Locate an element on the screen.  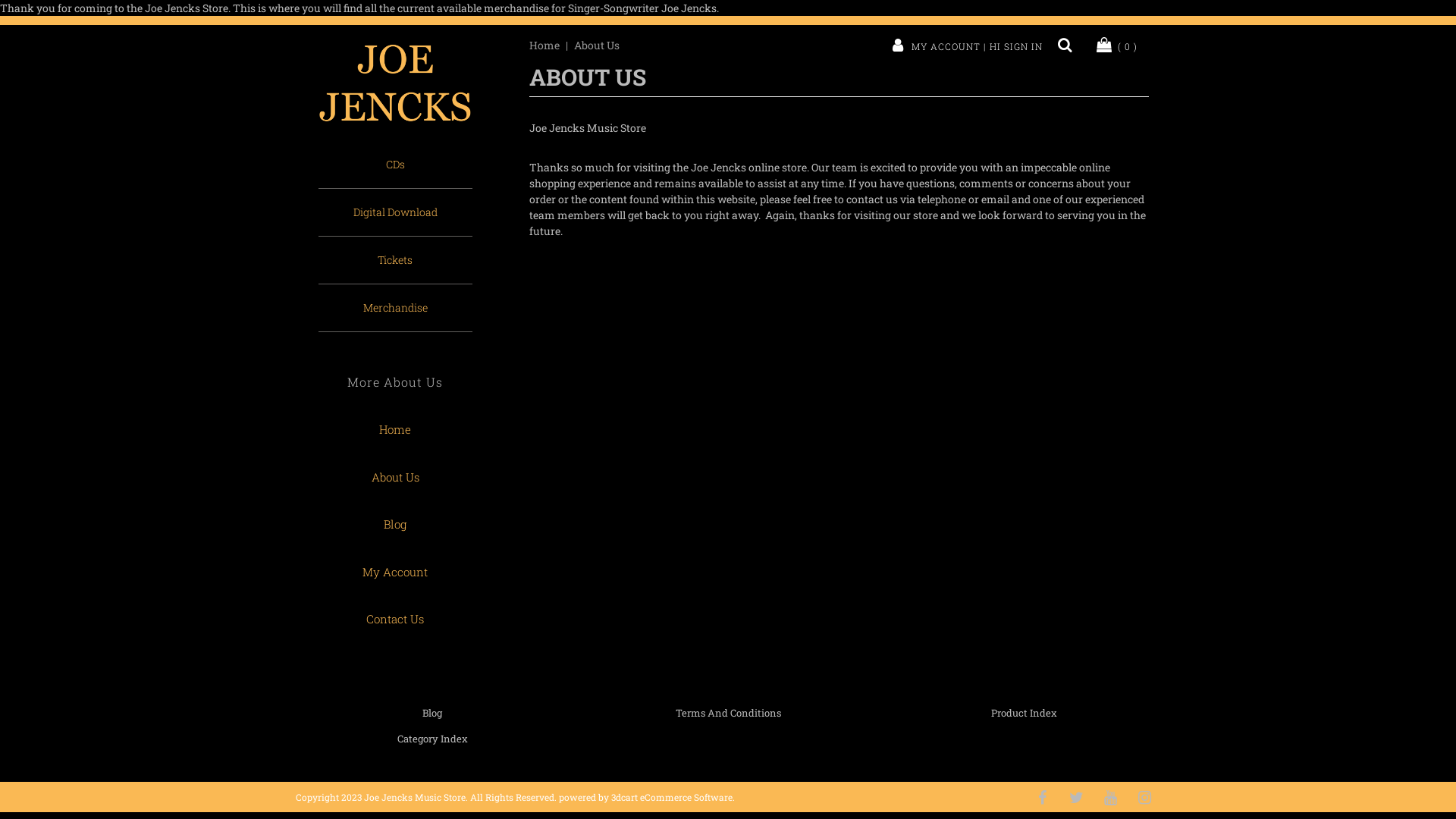
'Blog' is located at coordinates (318, 523).